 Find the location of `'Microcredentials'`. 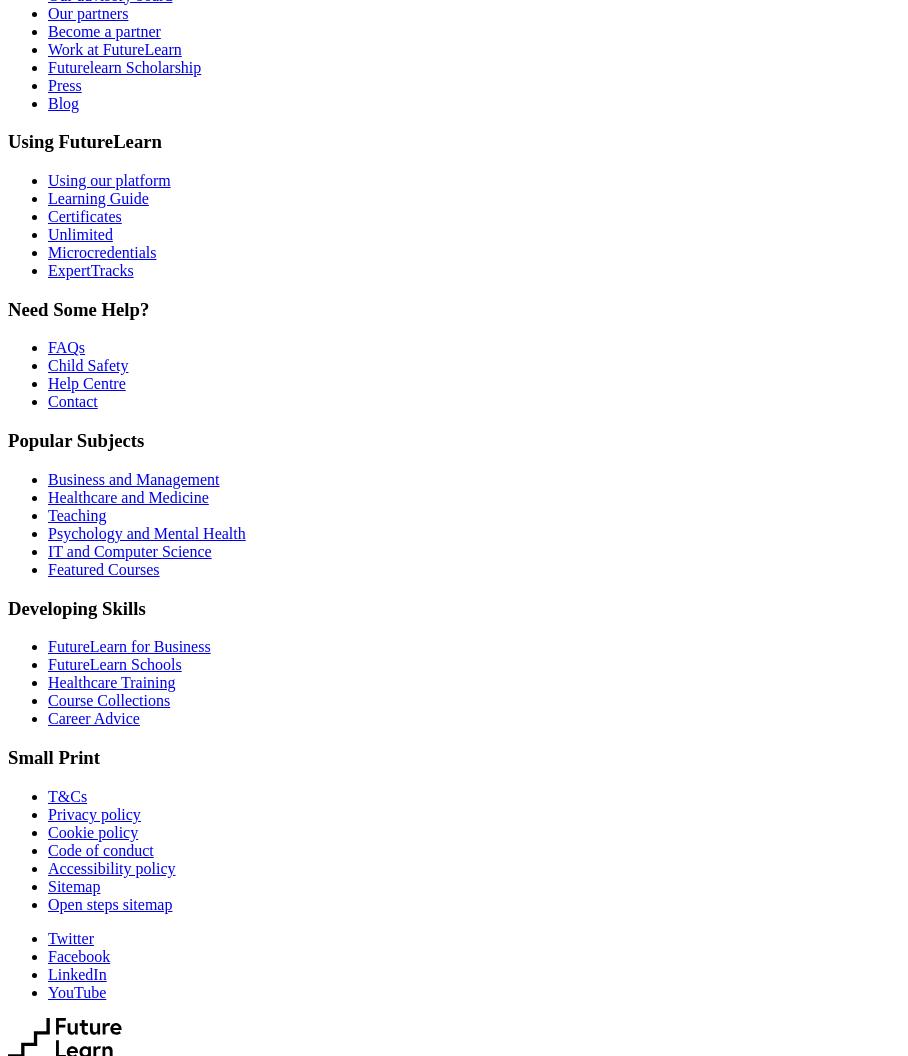

'Microcredentials' is located at coordinates (48, 251).